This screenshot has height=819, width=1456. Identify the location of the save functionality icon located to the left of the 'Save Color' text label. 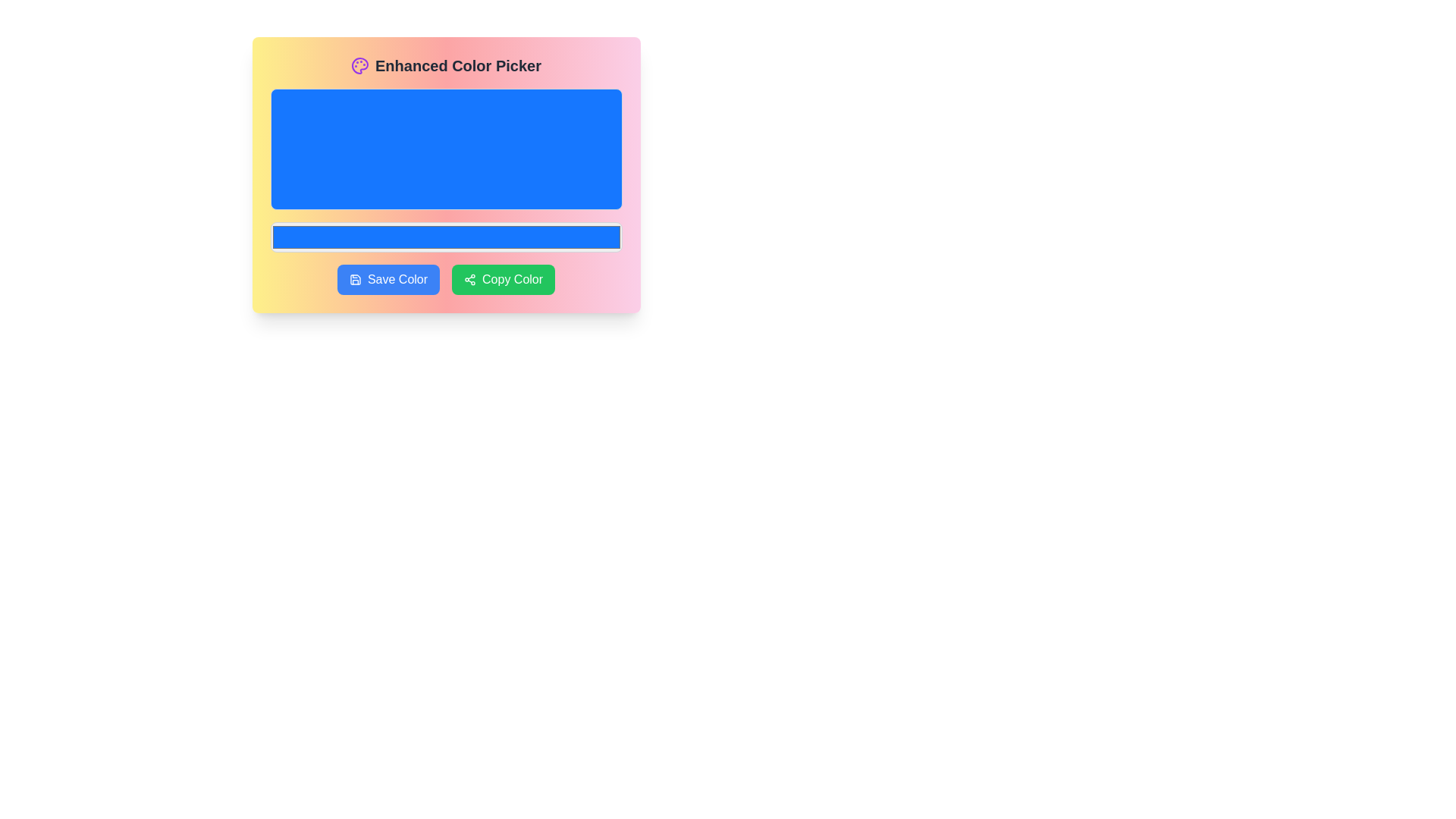
(354, 280).